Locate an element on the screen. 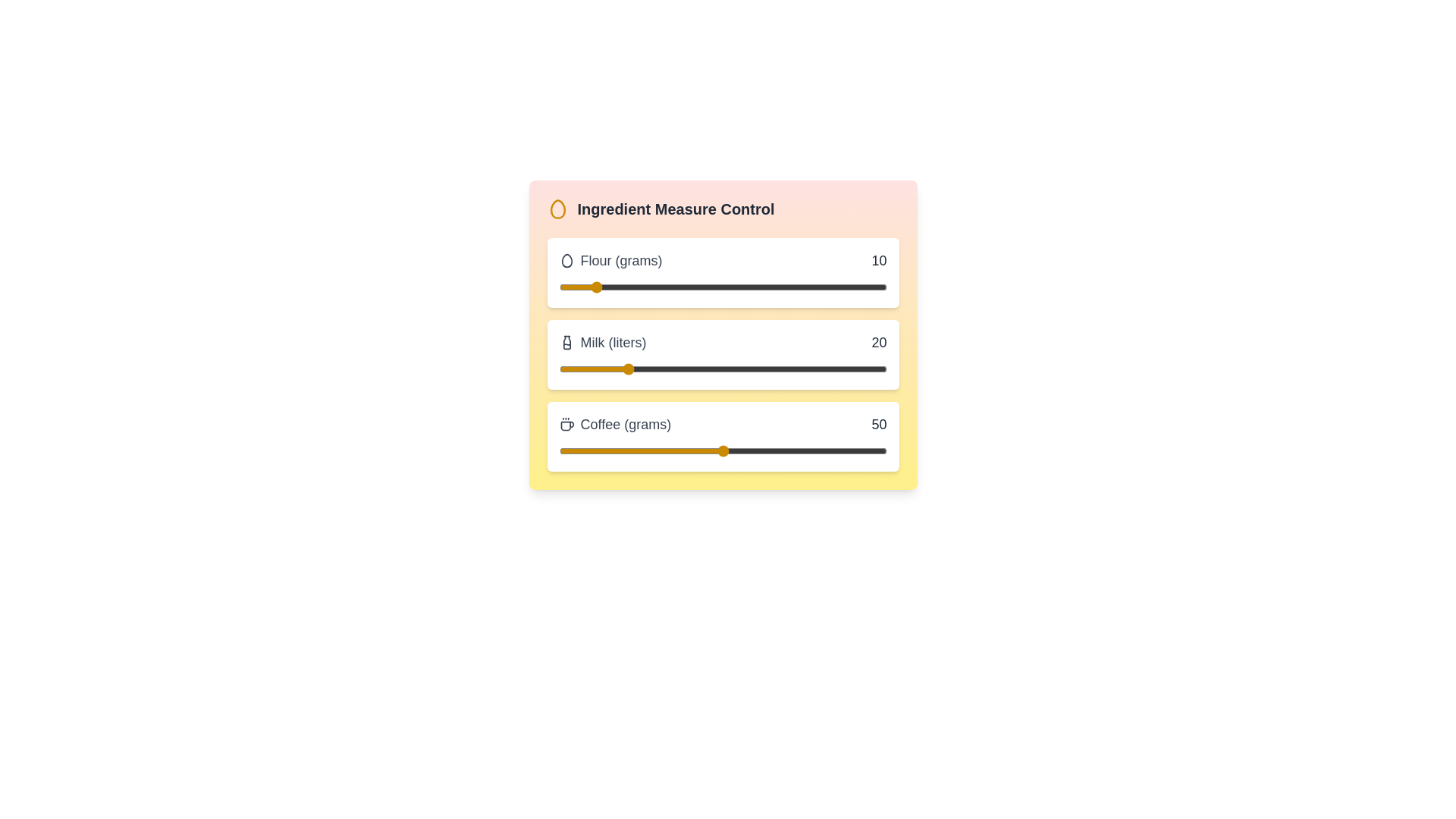 Image resolution: width=1456 pixels, height=819 pixels. flour amount is located at coordinates (807, 287).